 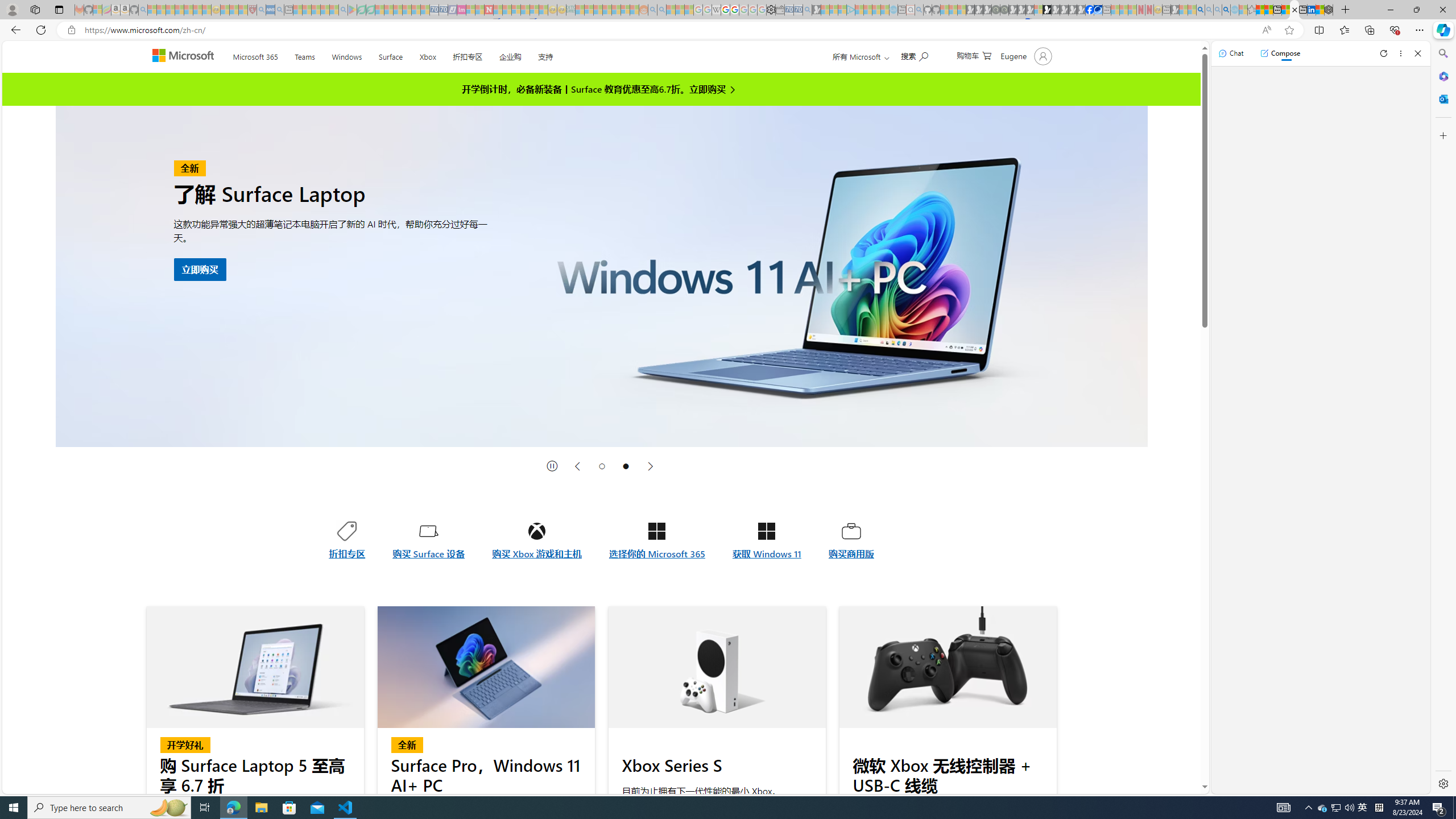 What do you see at coordinates (1443, 418) in the screenshot?
I see `'Side bar'` at bounding box center [1443, 418].